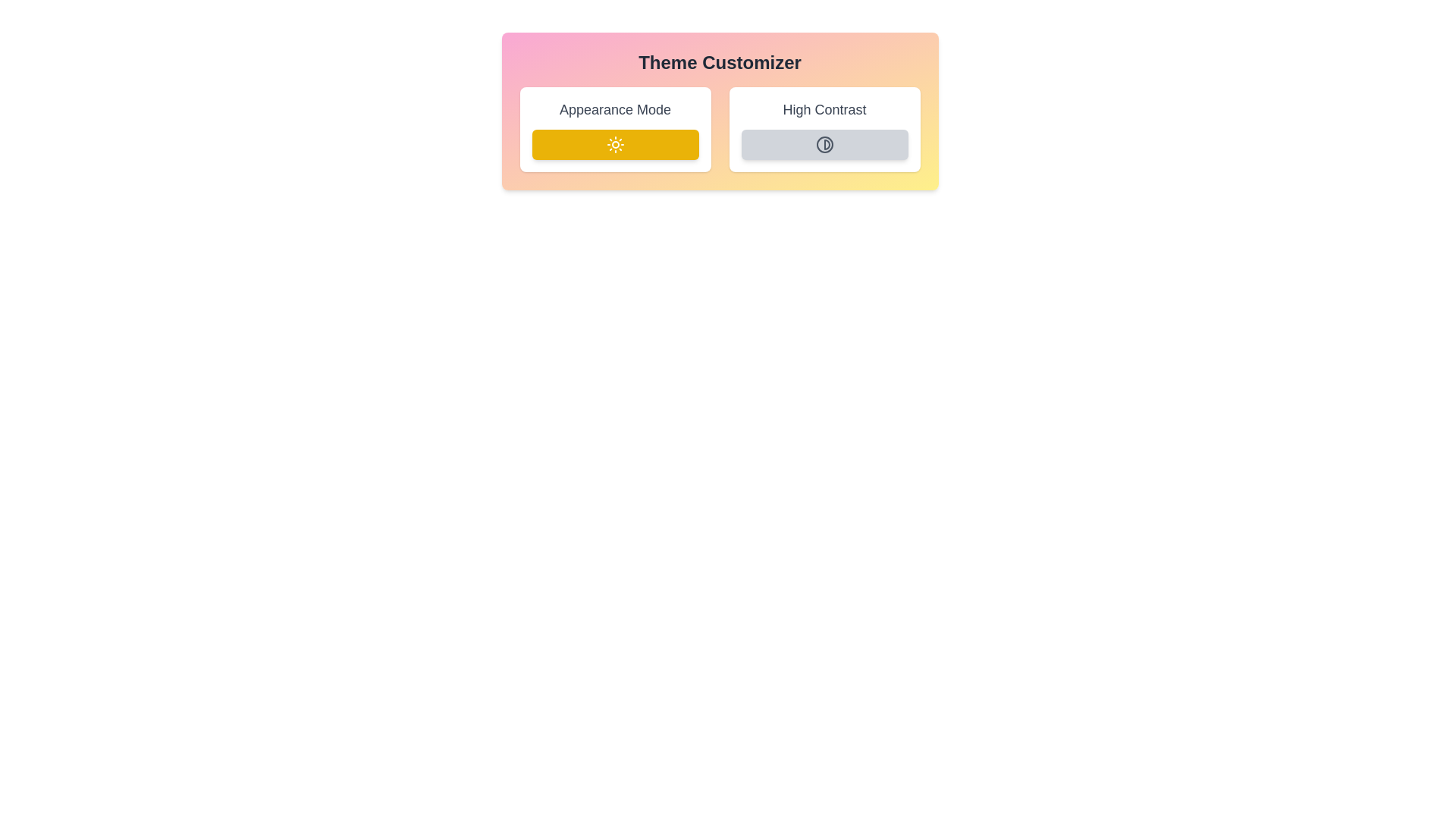 Image resolution: width=1456 pixels, height=819 pixels. I want to click on the 'High Contrast' button to toggle its state, so click(824, 145).